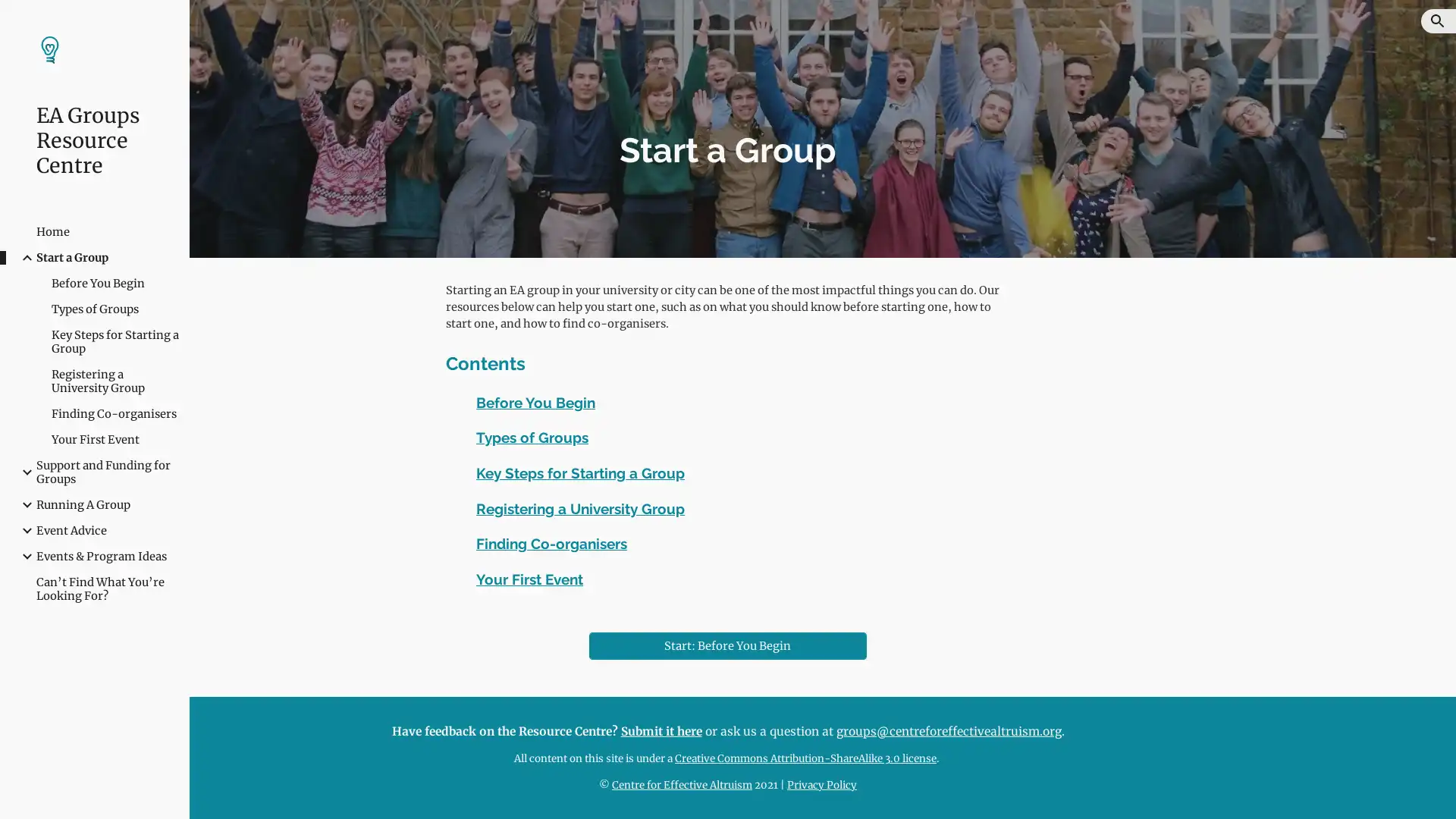 The height and width of the screenshot is (819, 1456). I want to click on Copy heading link, so click(694, 579).